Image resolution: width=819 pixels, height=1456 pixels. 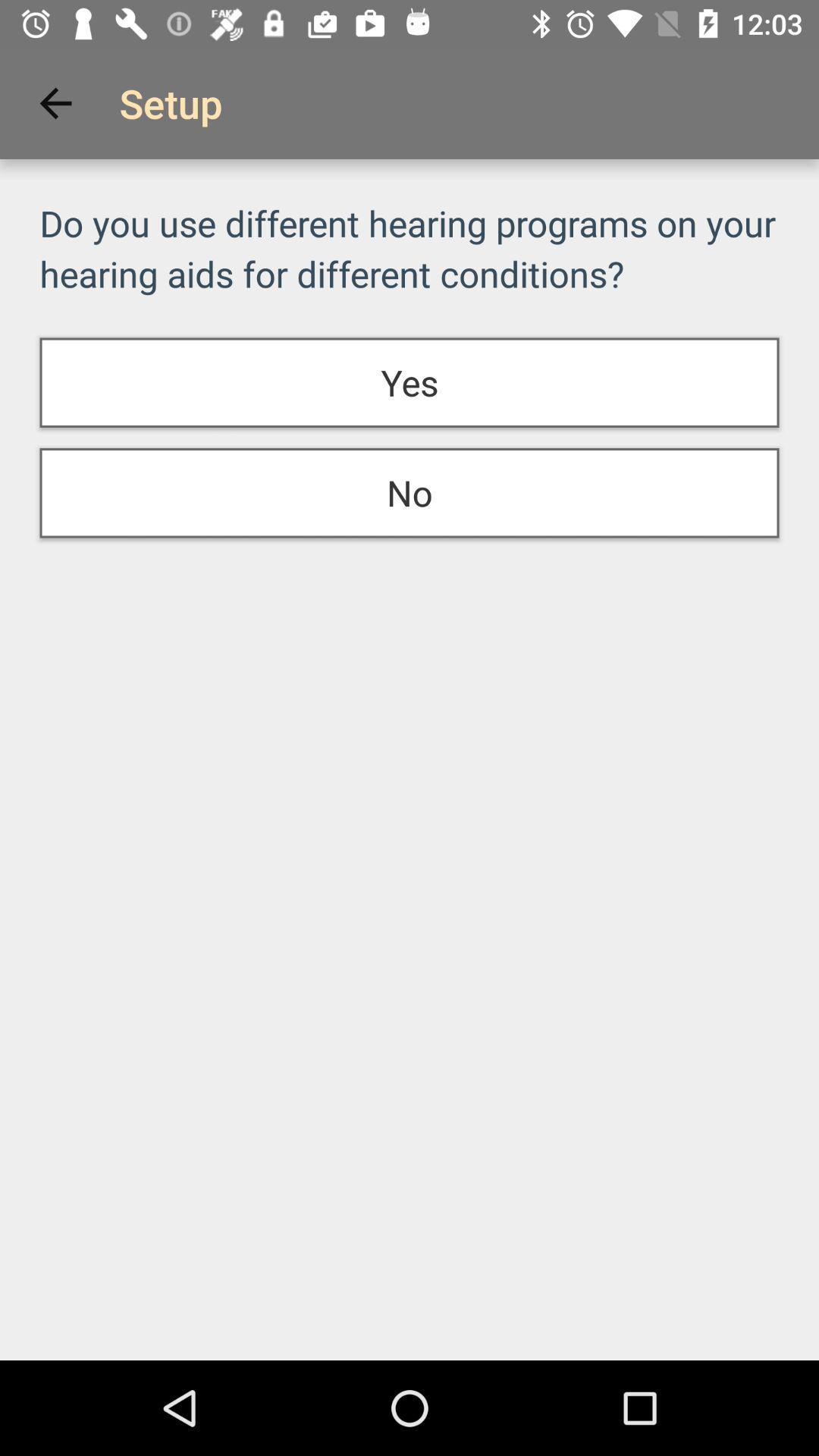 What do you see at coordinates (409, 493) in the screenshot?
I see `no at the center` at bounding box center [409, 493].